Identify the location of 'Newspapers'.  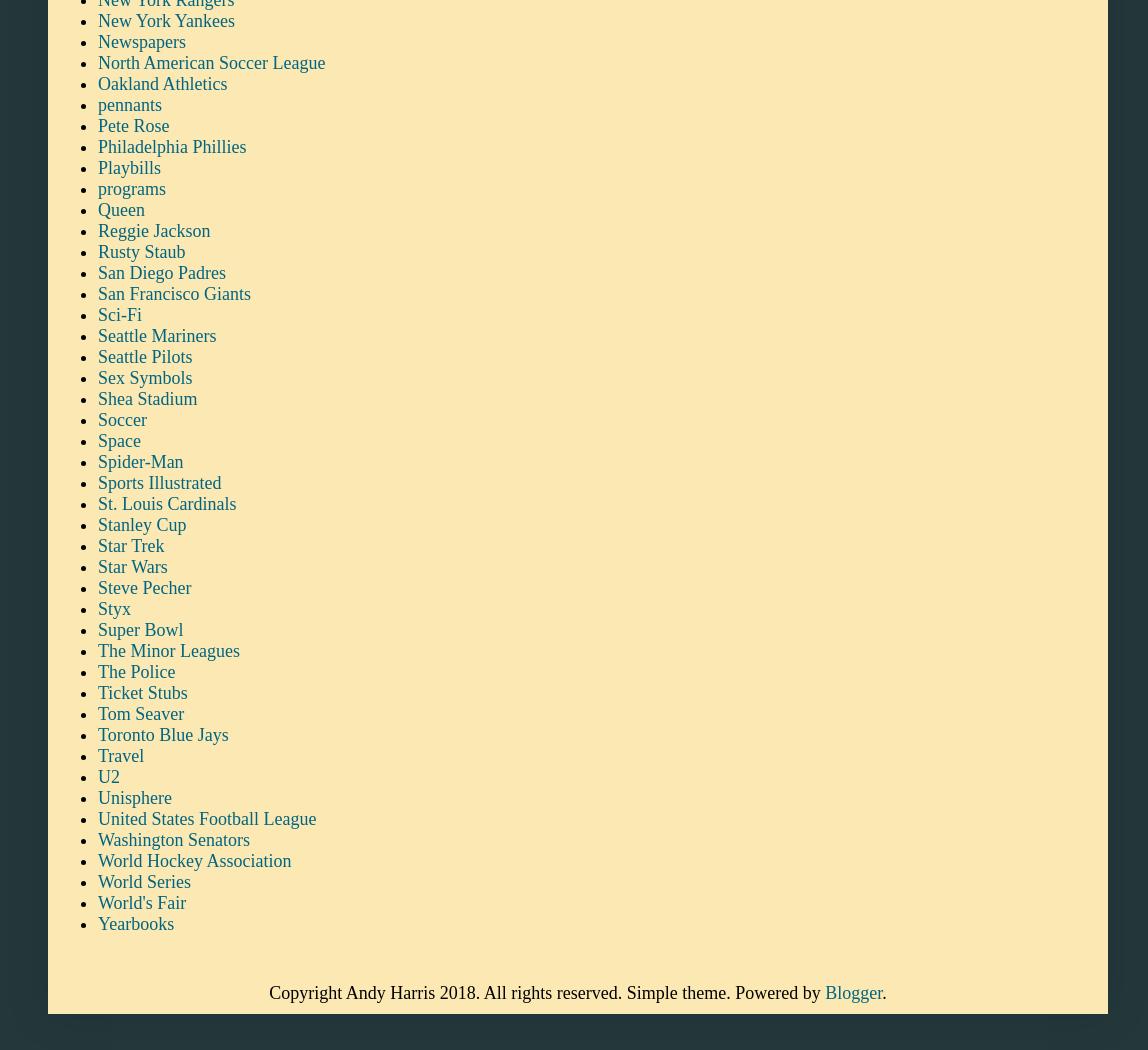
(141, 39).